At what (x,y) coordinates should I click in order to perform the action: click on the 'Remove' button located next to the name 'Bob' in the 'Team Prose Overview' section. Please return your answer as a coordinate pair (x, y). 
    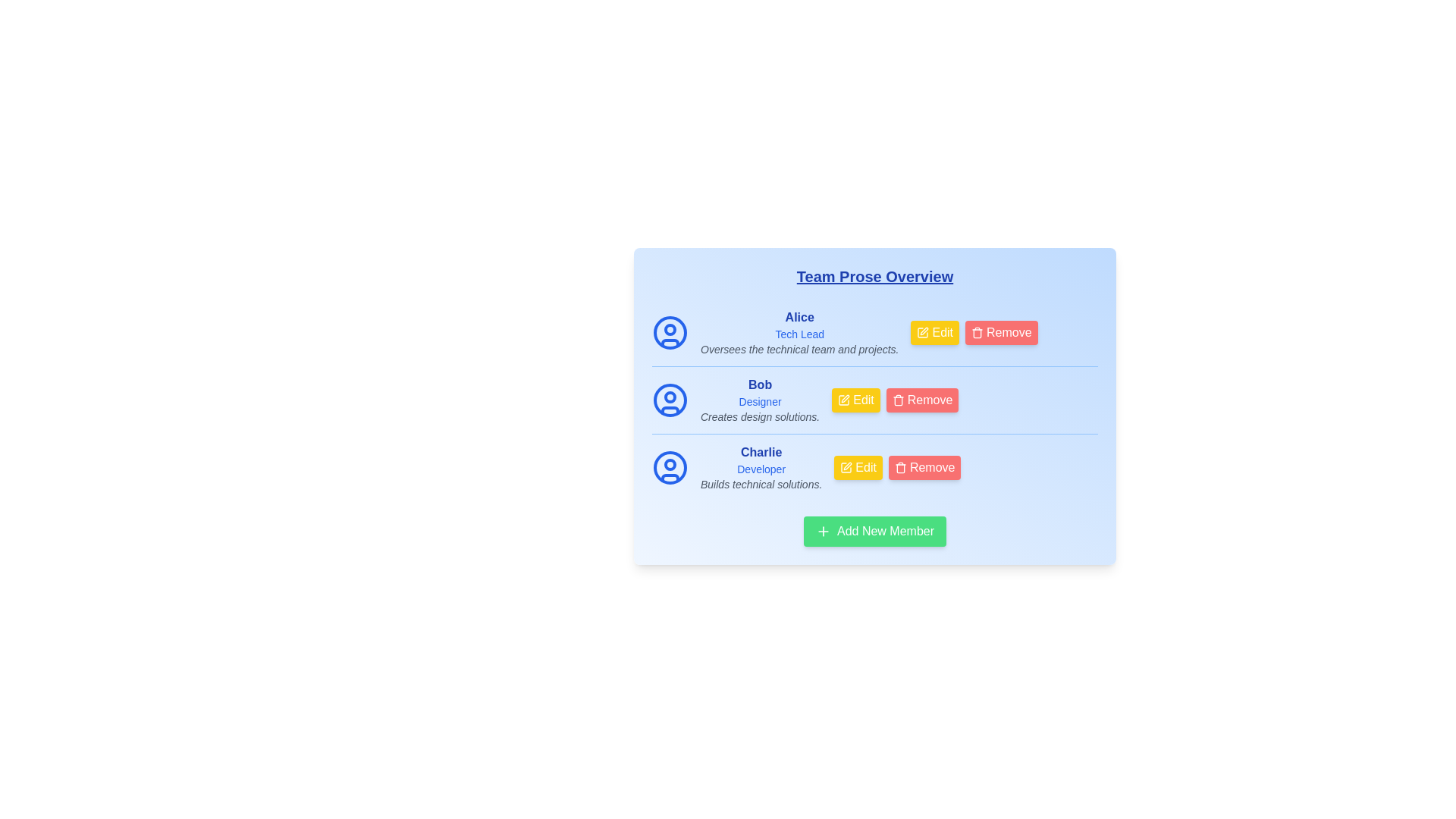
    Looking at the image, I should click on (927, 400).